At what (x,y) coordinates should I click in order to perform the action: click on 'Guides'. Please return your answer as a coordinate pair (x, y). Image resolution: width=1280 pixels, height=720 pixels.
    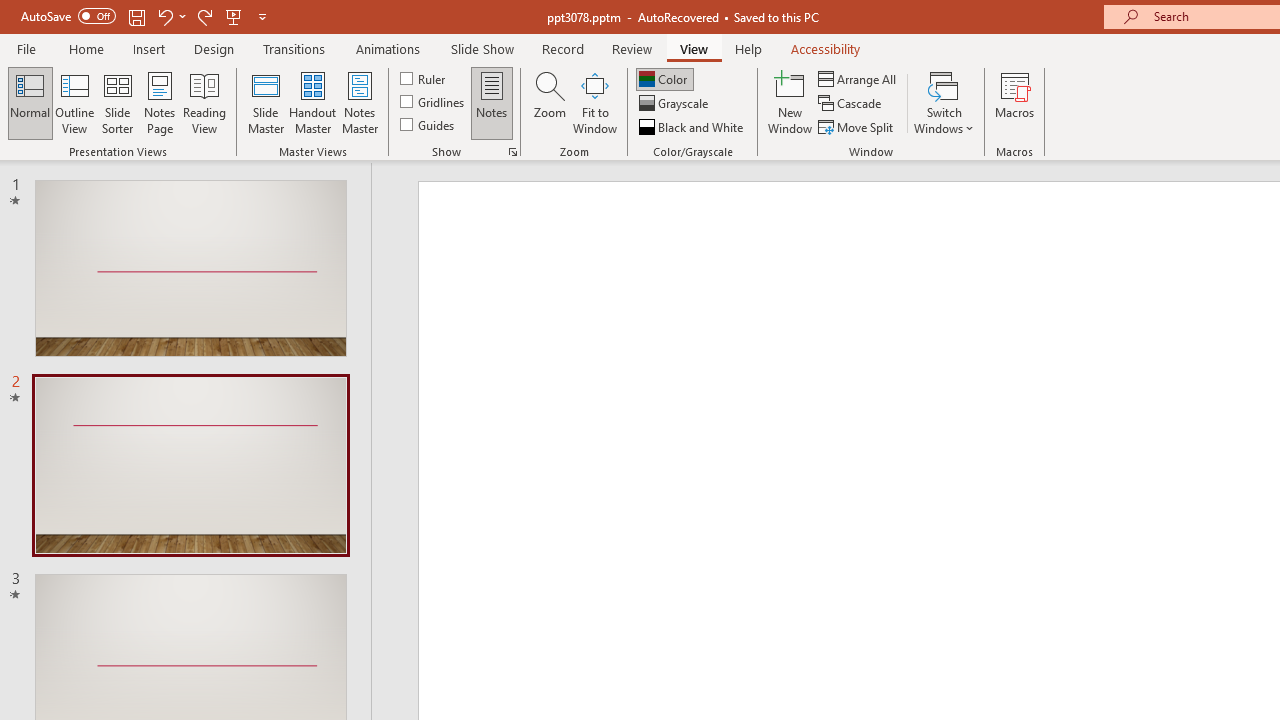
    Looking at the image, I should click on (427, 124).